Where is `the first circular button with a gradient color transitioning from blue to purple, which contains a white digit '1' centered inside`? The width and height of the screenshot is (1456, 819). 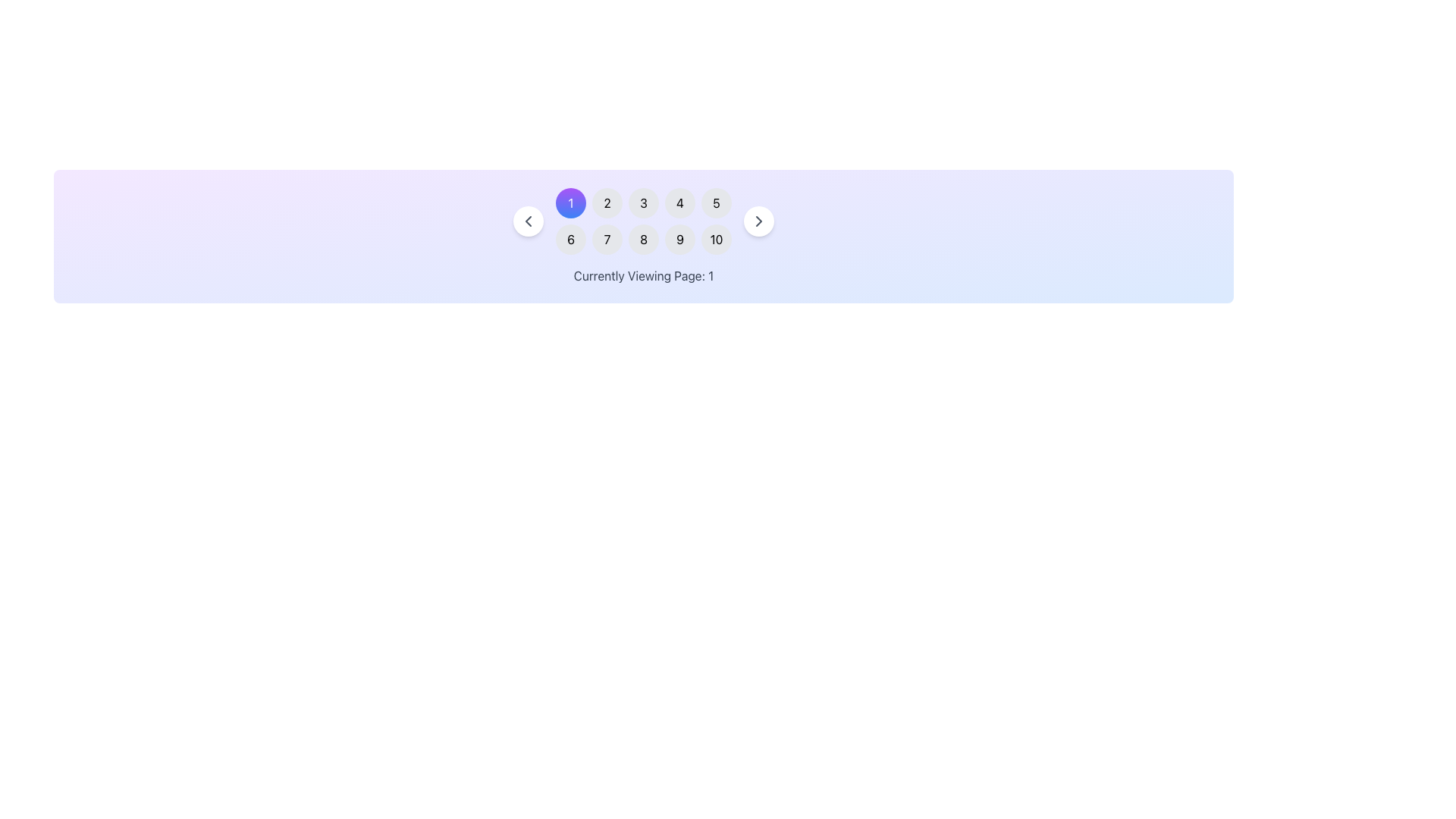 the first circular button with a gradient color transitioning from blue to purple, which contains a white digit '1' centered inside is located at coordinates (570, 202).